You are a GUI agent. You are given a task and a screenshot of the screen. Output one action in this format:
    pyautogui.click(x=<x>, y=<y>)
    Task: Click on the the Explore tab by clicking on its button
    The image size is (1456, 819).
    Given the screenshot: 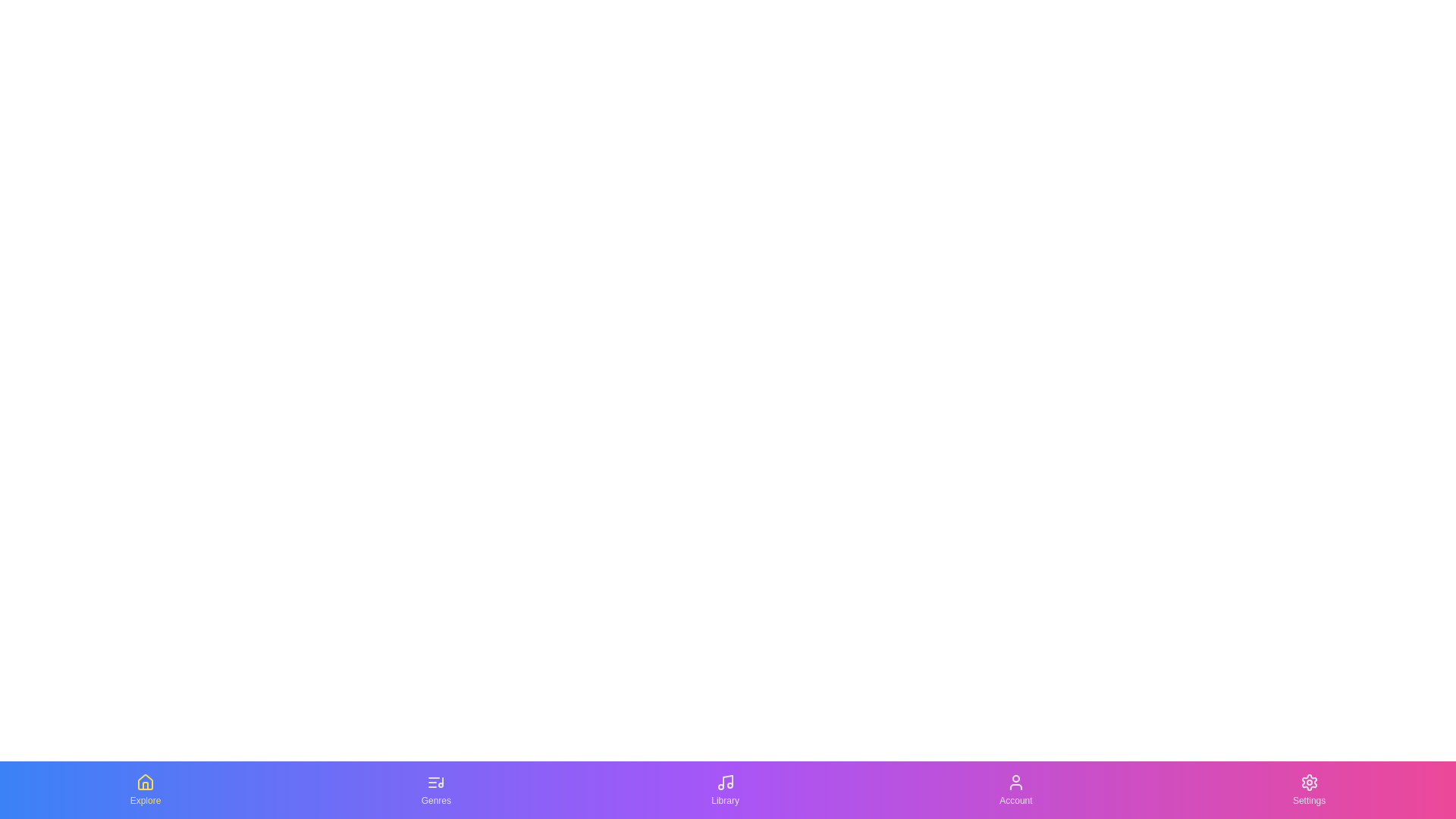 What is the action you would take?
    pyautogui.click(x=146, y=789)
    